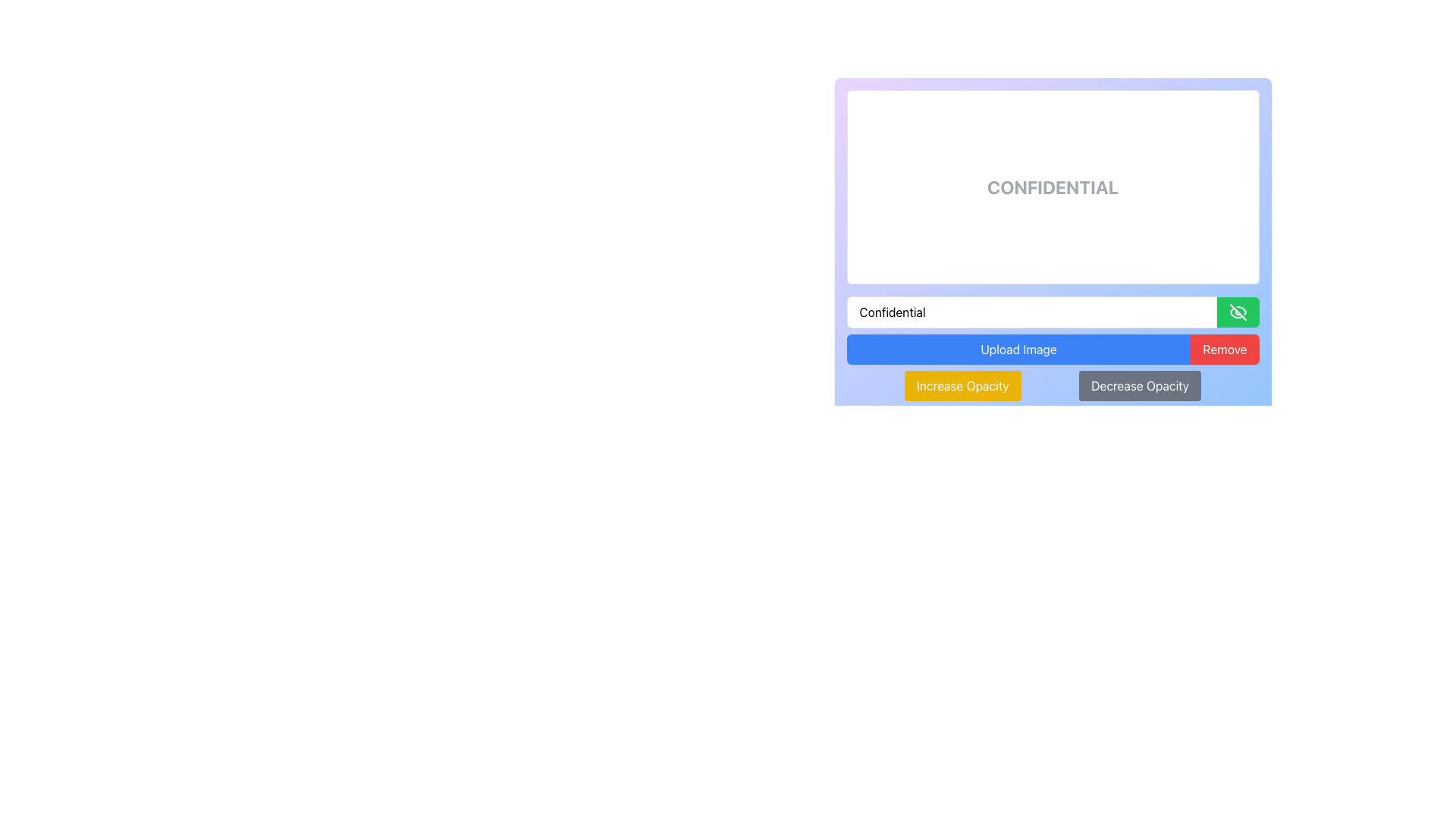  What do you see at coordinates (962, 385) in the screenshot?
I see `the 'Increase Opacity' button located on the lower part of the interface, positioned to the left of the 'Decrease Opacity' button` at bounding box center [962, 385].